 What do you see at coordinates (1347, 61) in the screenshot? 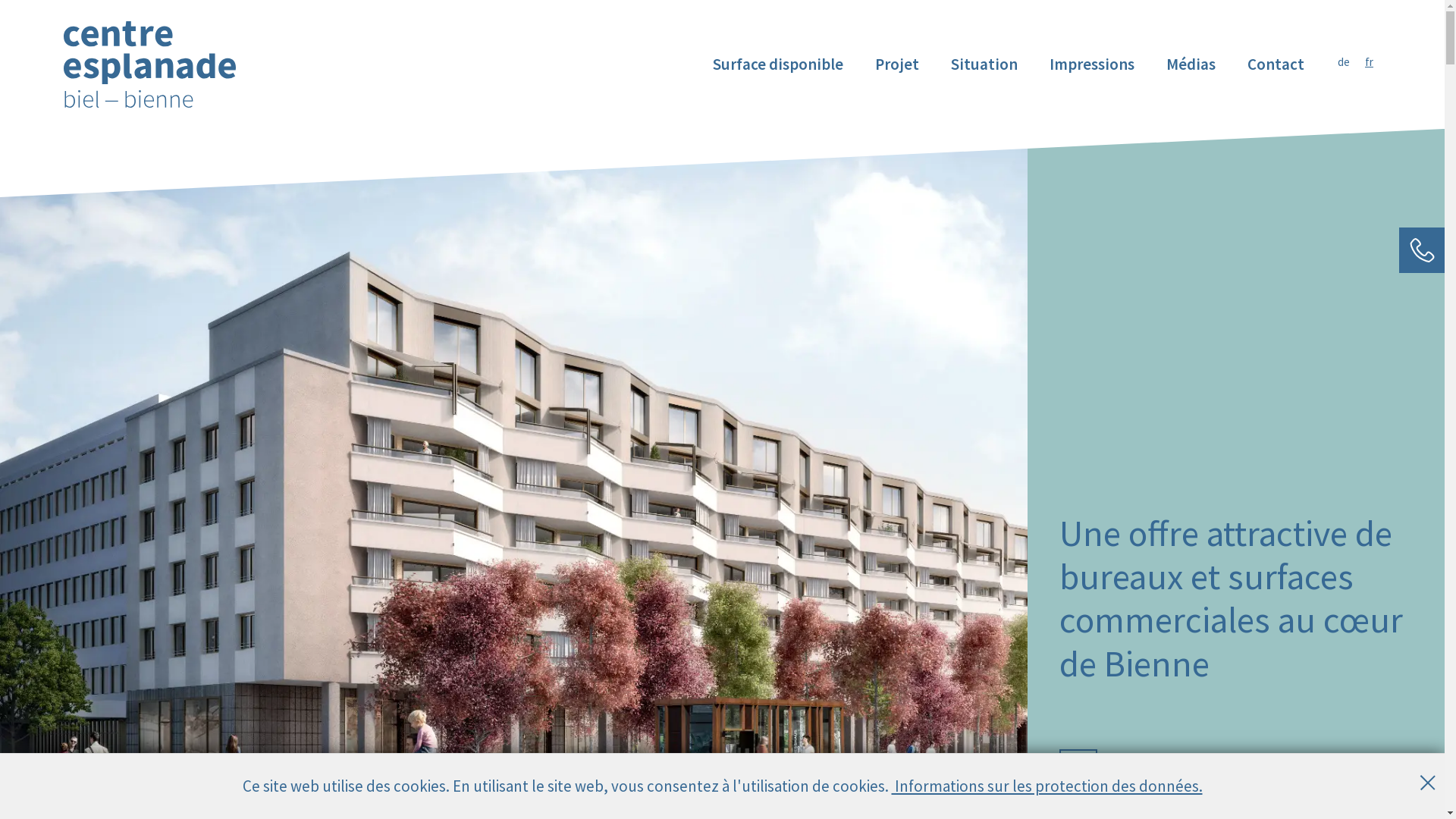
I see `'de'` at bounding box center [1347, 61].